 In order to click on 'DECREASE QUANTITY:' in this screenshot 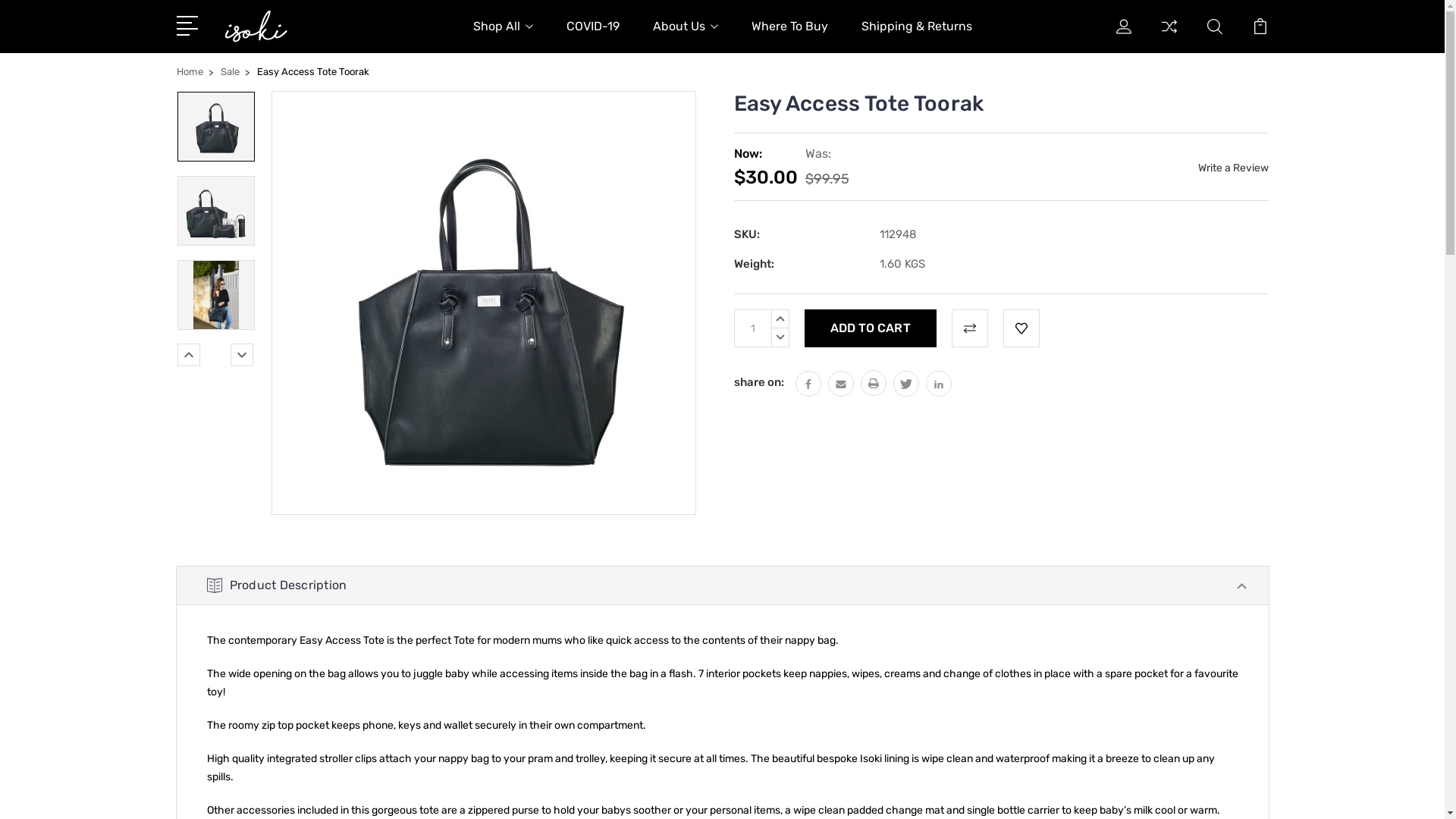, I will do `click(780, 337)`.